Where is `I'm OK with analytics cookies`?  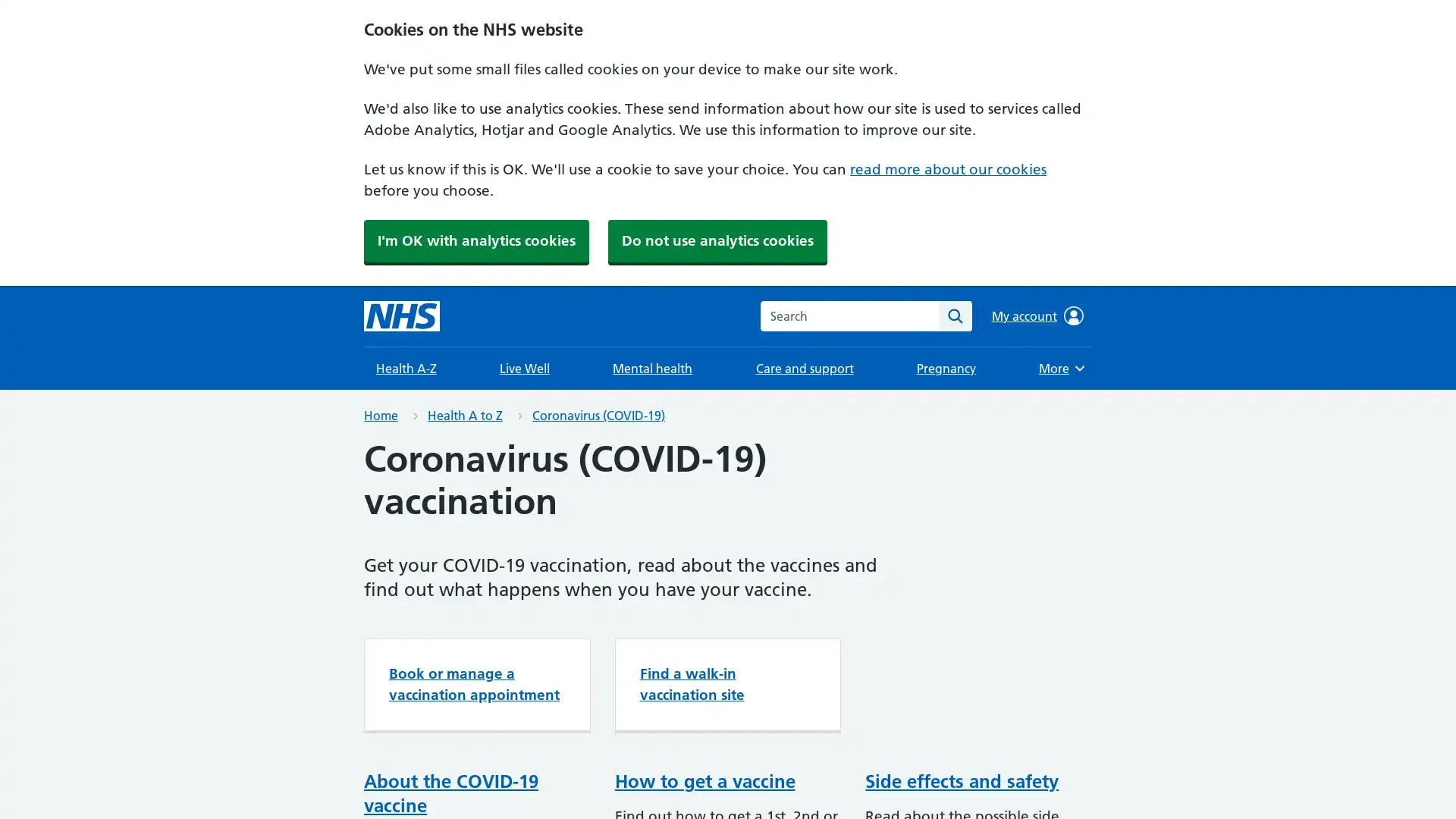
I'm OK with analytics cookies is located at coordinates (475, 240).